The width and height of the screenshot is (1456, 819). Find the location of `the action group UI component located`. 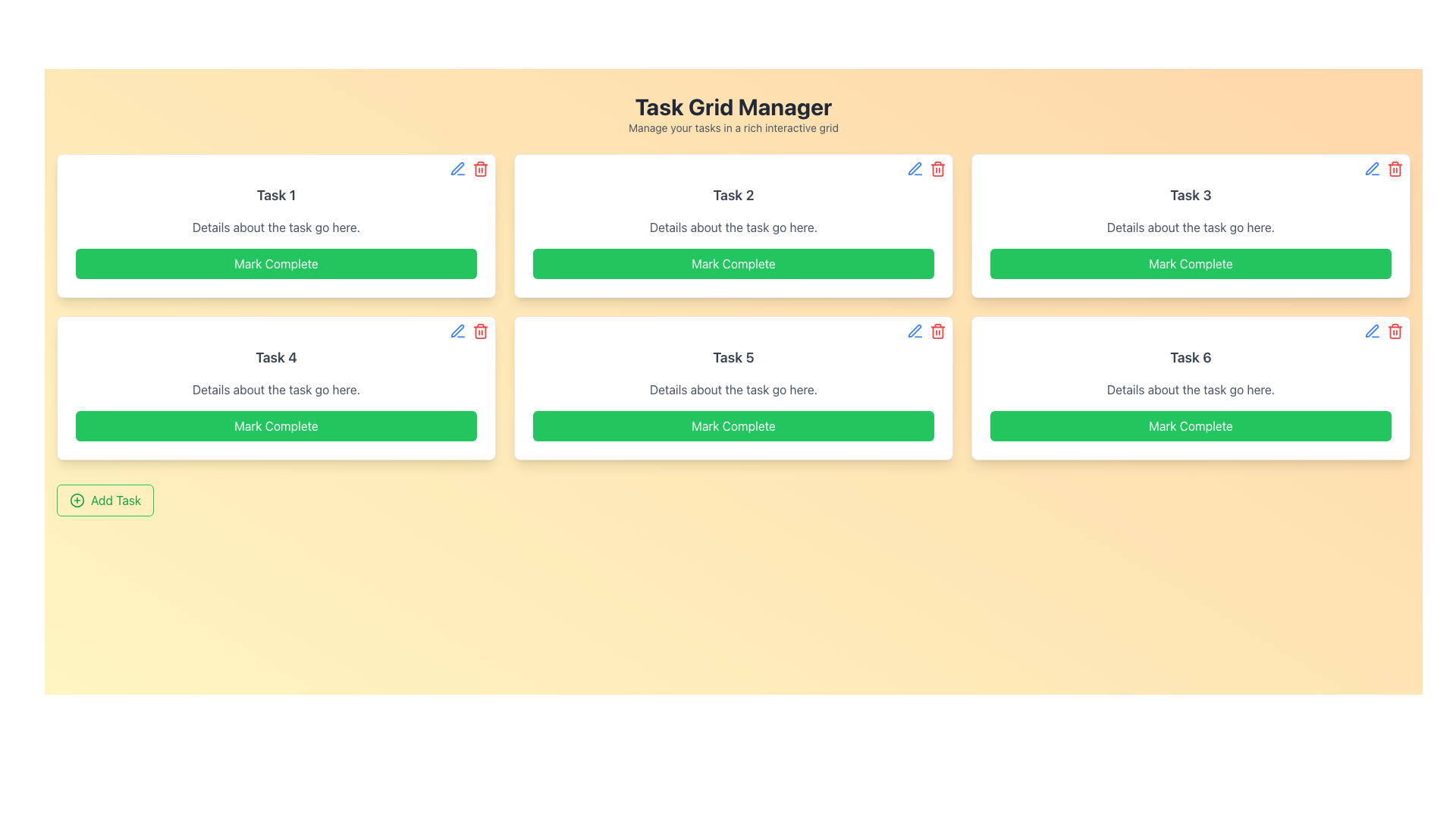

the action group UI component located is located at coordinates (469, 330).